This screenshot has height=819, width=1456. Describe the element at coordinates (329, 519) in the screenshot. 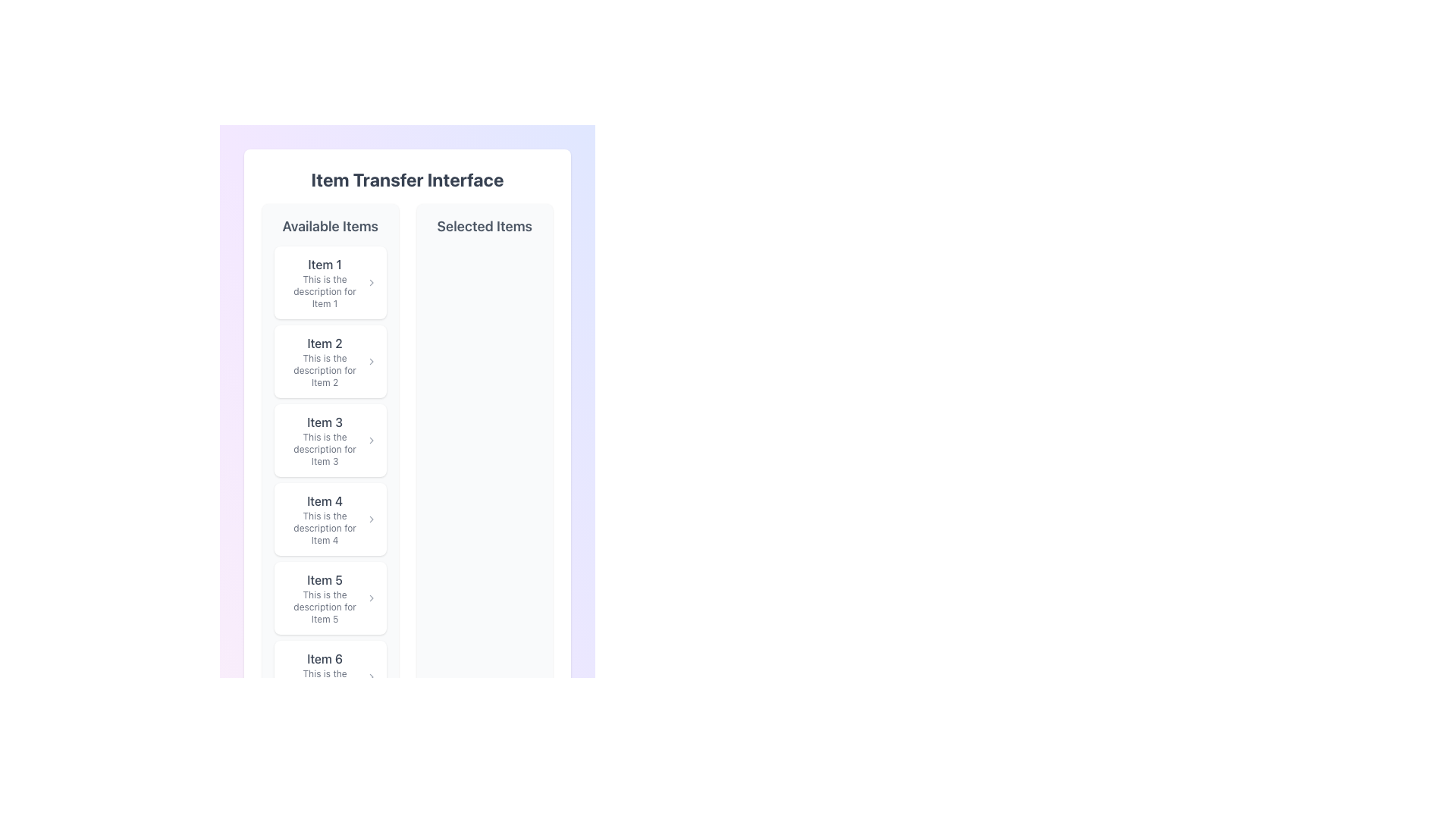

I see `the interactive list item card labeled 'Item 4', which contains a bold title and a description, positioned in the 'Available Items' section` at that location.